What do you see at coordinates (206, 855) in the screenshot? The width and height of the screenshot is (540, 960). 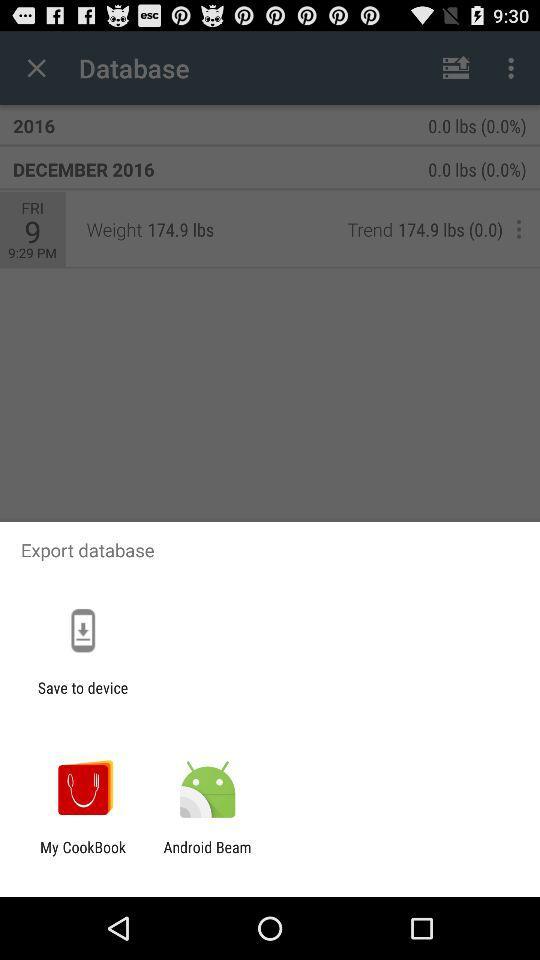 I see `icon to the right of the my cookbook` at bounding box center [206, 855].